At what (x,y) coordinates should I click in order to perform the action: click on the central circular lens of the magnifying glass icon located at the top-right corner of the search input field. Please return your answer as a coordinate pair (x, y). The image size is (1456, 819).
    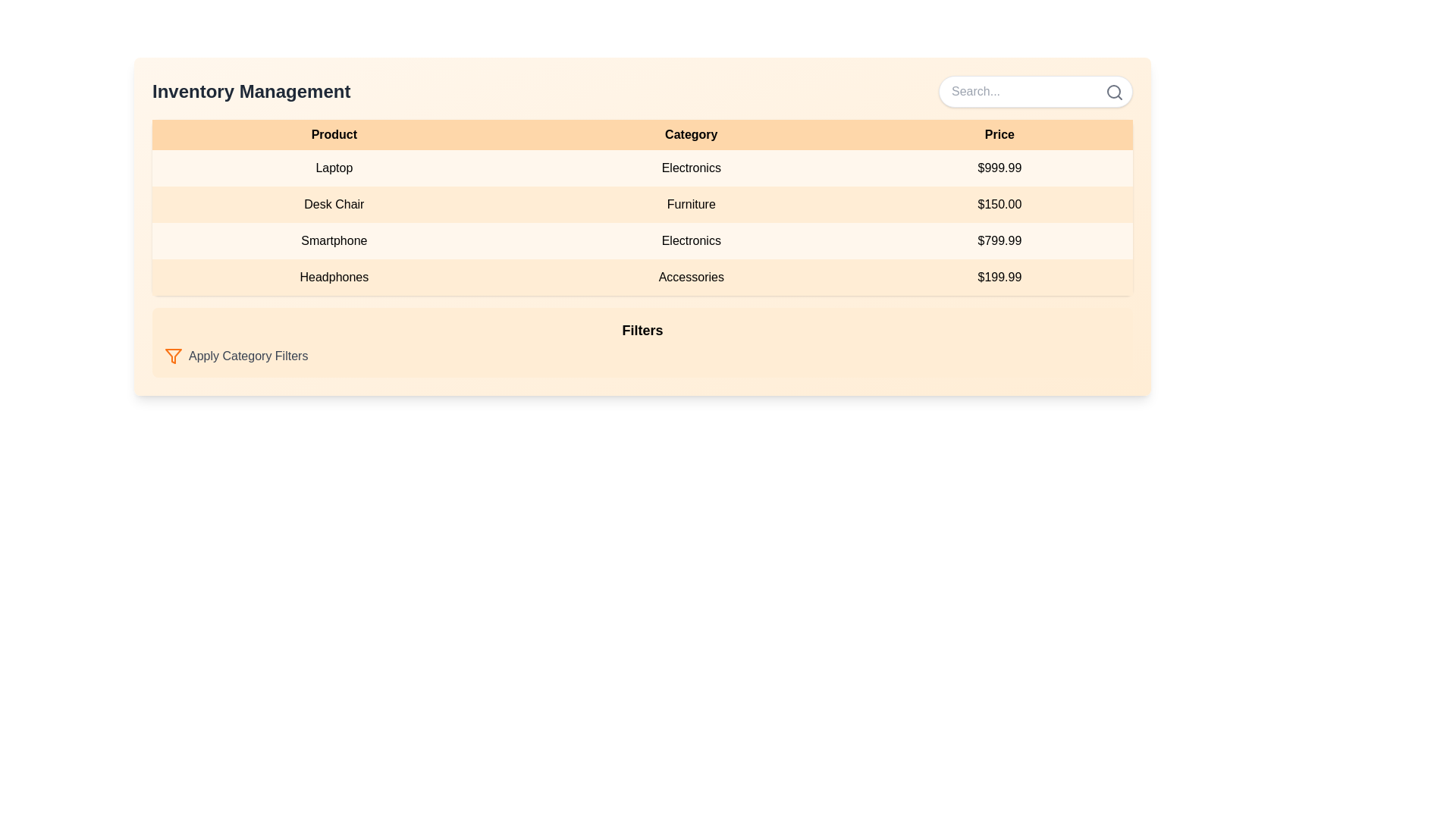
    Looking at the image, I should click on (1113, 91).